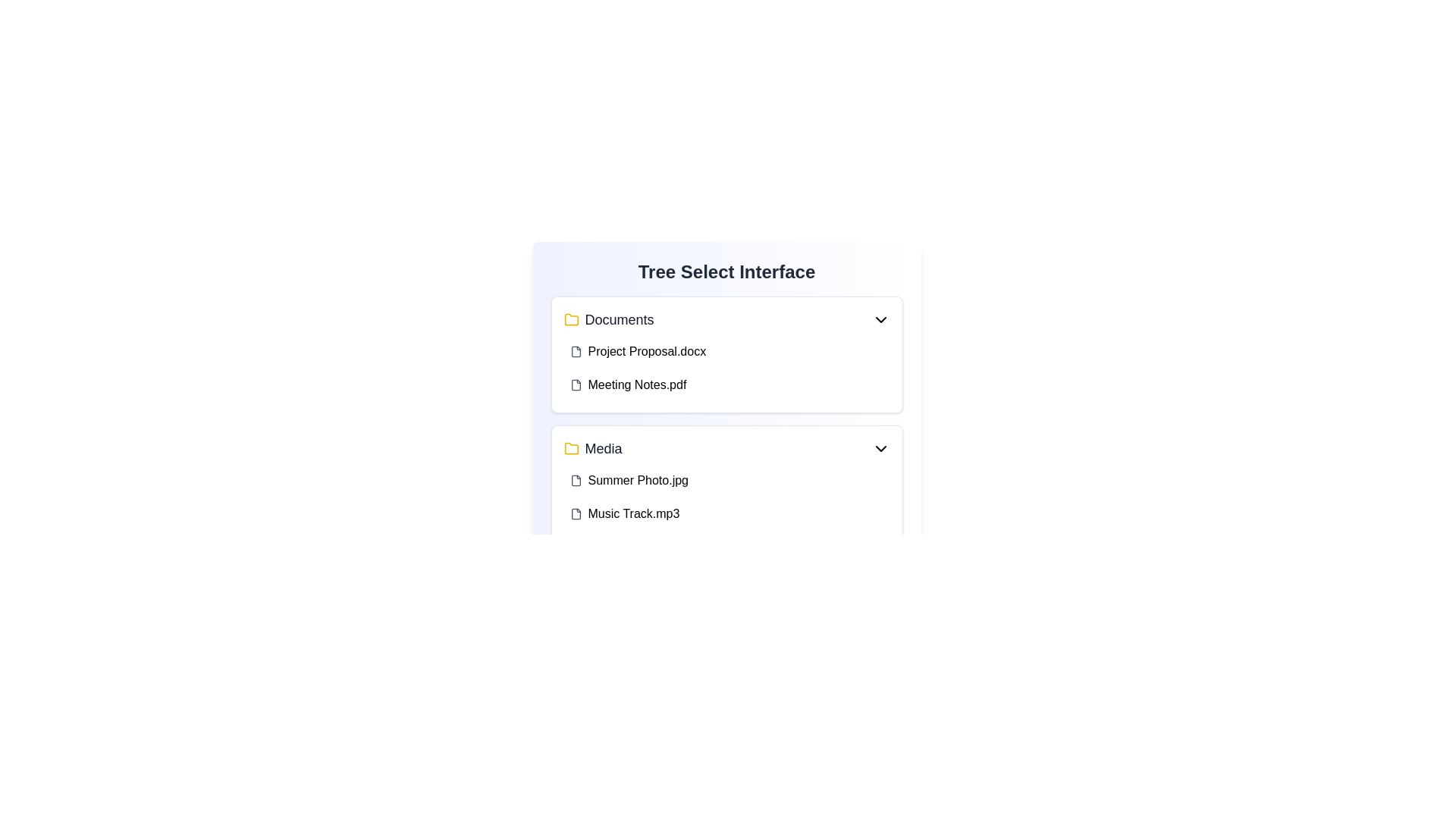  I want to click on the file item 'Summer Photo.jpg' in the Media section of the Tree Select Interface, so click(726, 497).